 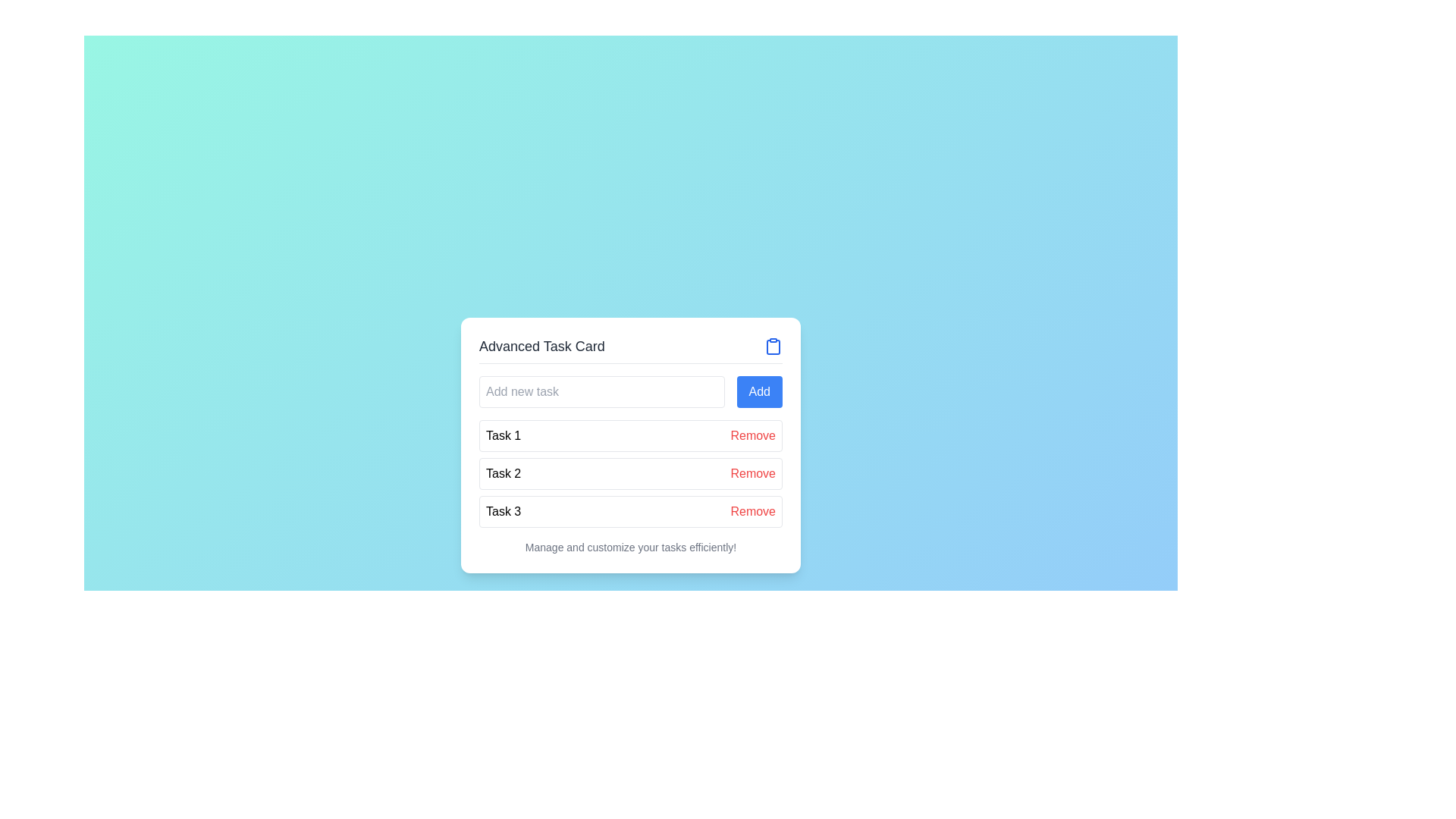 What do you see at coordinates (753, 511) in the screenshot?
I see `the remove button located in the third row of the task list, adjacent to the text 'Task 3'` at bounding box center [753, 511].